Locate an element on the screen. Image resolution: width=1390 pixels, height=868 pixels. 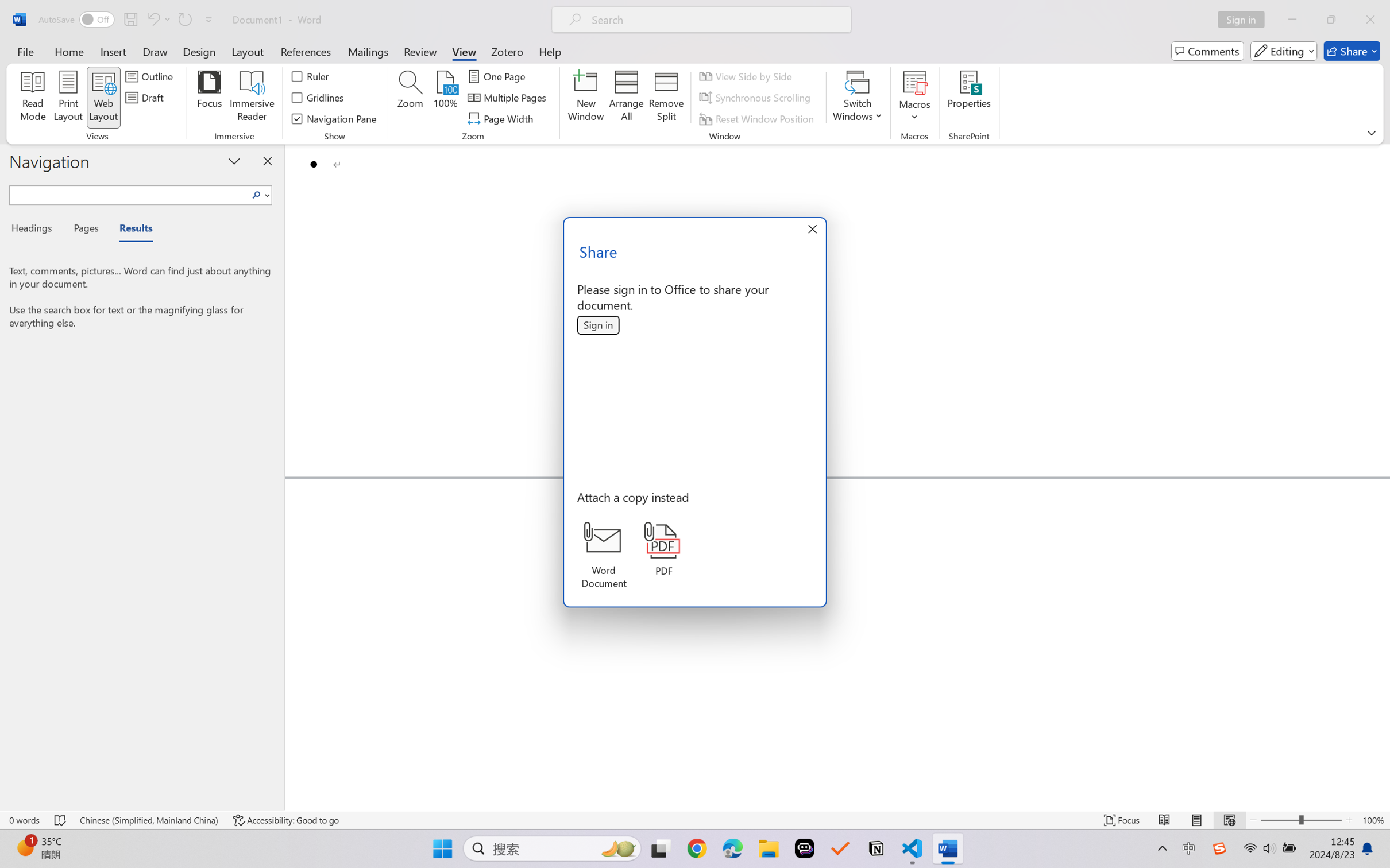
'One Page' is located at coordinates (497, 75).